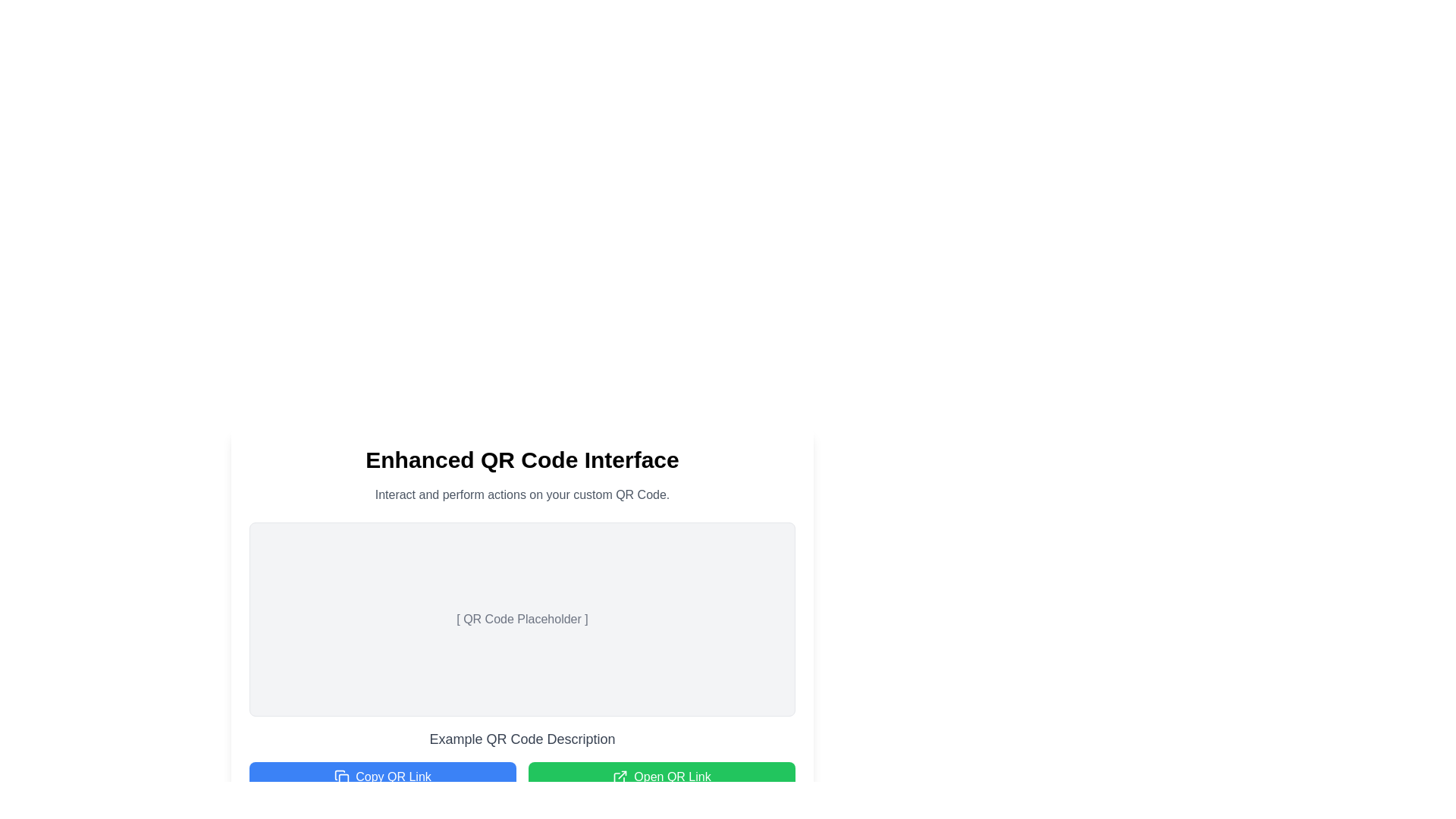 This screenshot has width=1456, height=819. Describe the element at coordinates (522, 475) in the screenshot. I see `text from the two-line text block that serves as a descriptive header and introduction to the QR Code functionalities` at that location.